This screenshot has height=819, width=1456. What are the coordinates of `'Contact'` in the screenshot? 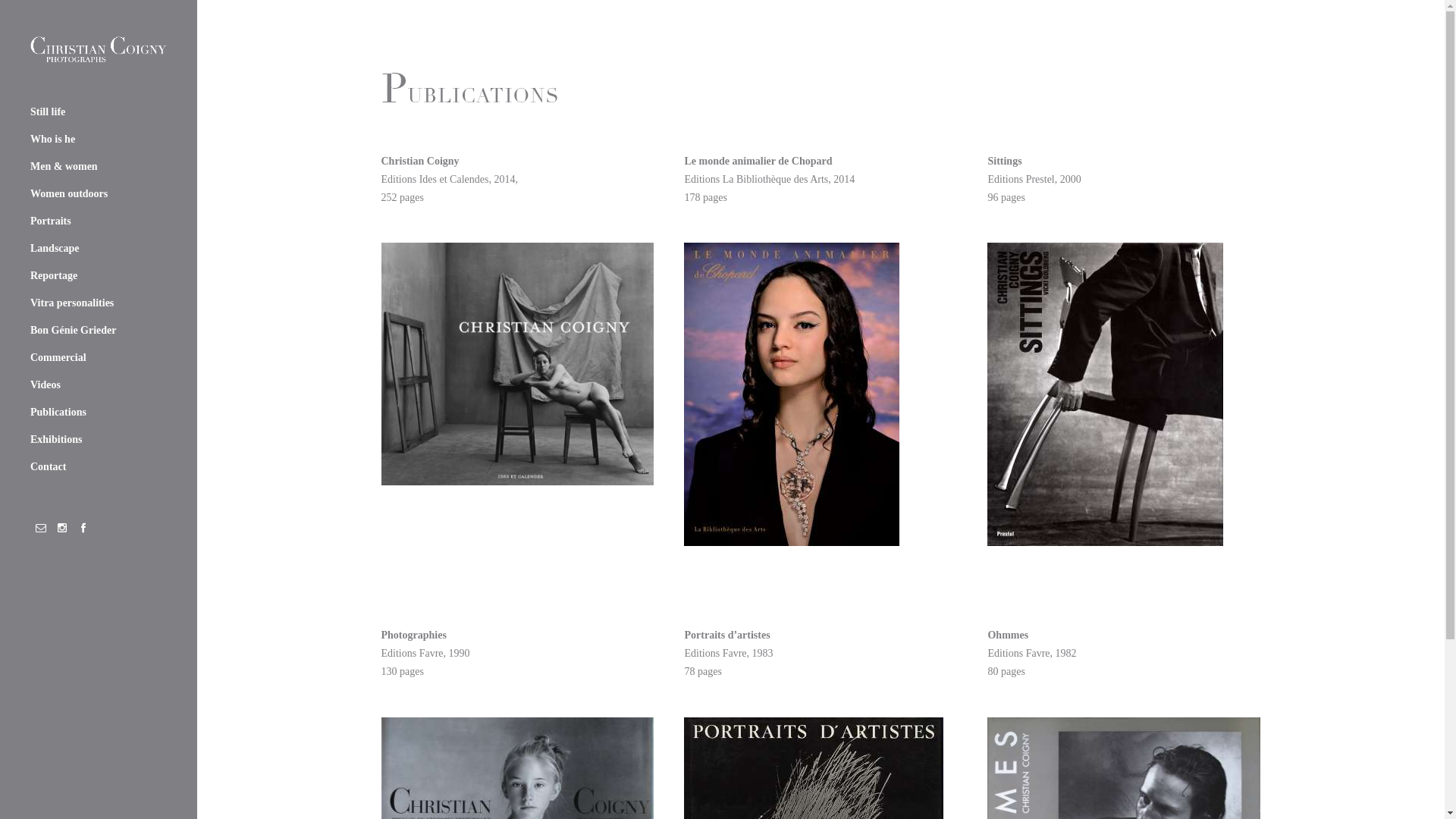 It's located at (30, 466).